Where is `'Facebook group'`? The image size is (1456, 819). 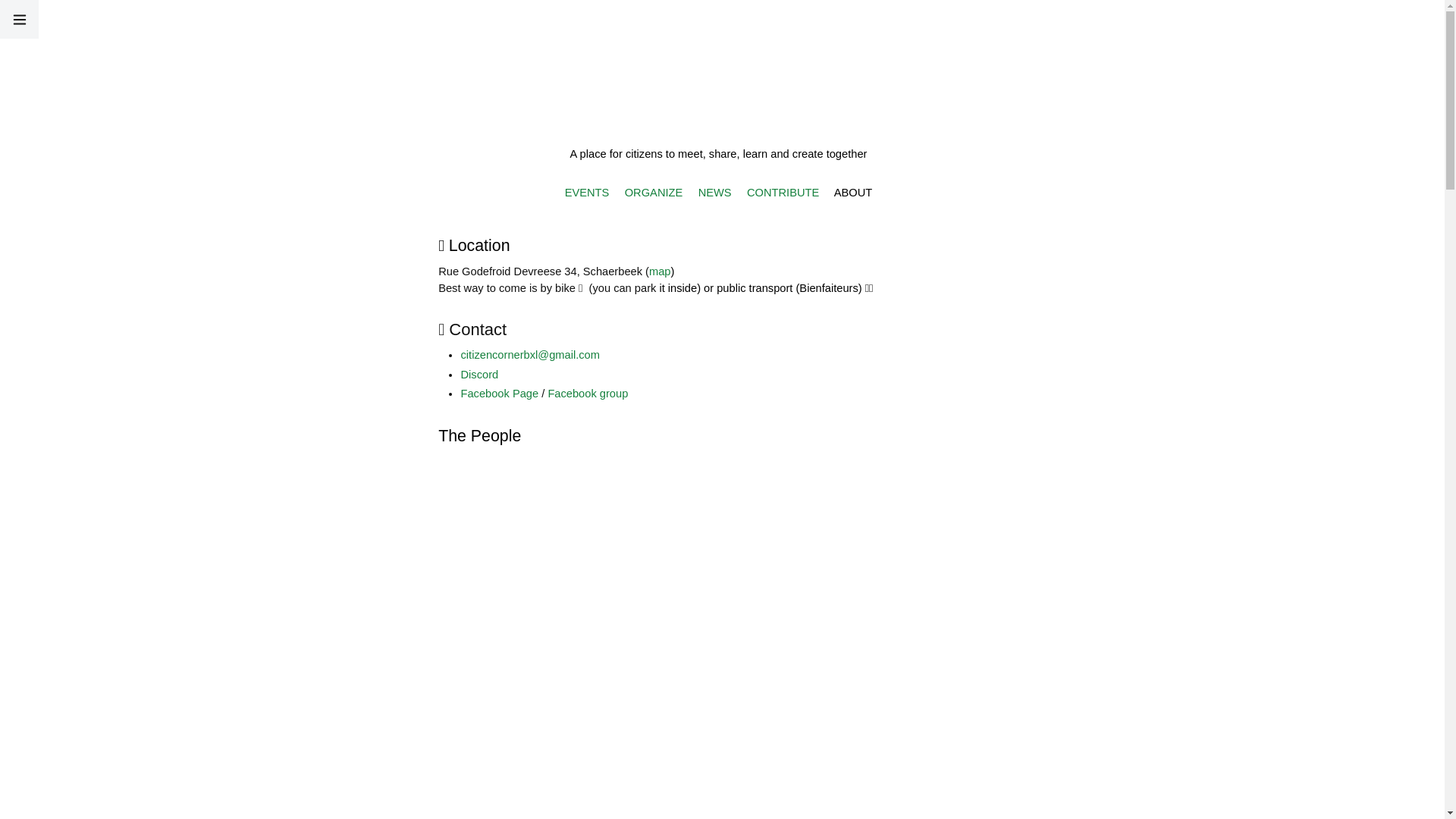 'Facebook group' is located at coordinates (586, 393).